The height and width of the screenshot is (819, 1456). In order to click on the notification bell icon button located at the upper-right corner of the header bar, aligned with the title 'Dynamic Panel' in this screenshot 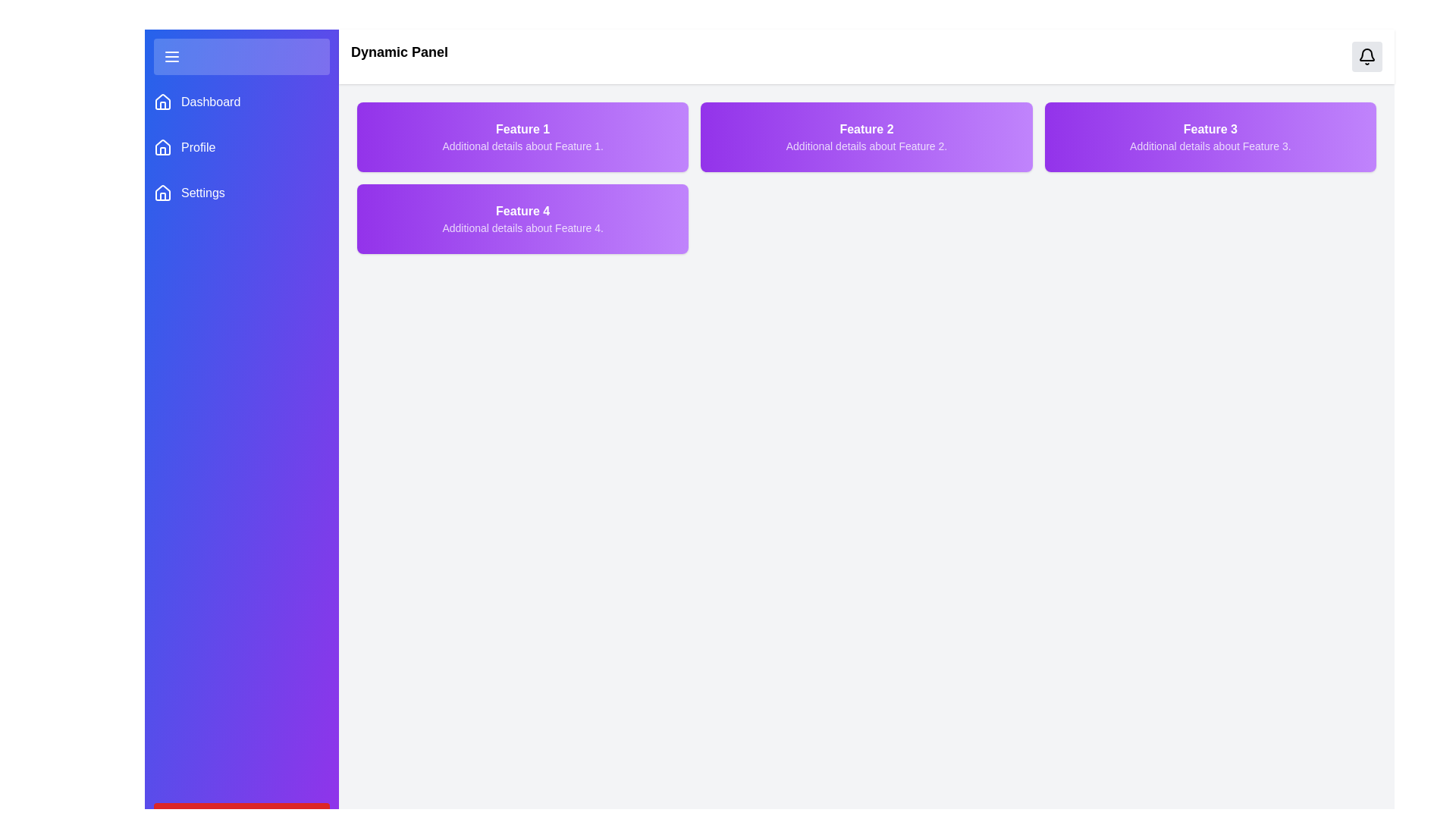, I will do `click(1367, 55)`.